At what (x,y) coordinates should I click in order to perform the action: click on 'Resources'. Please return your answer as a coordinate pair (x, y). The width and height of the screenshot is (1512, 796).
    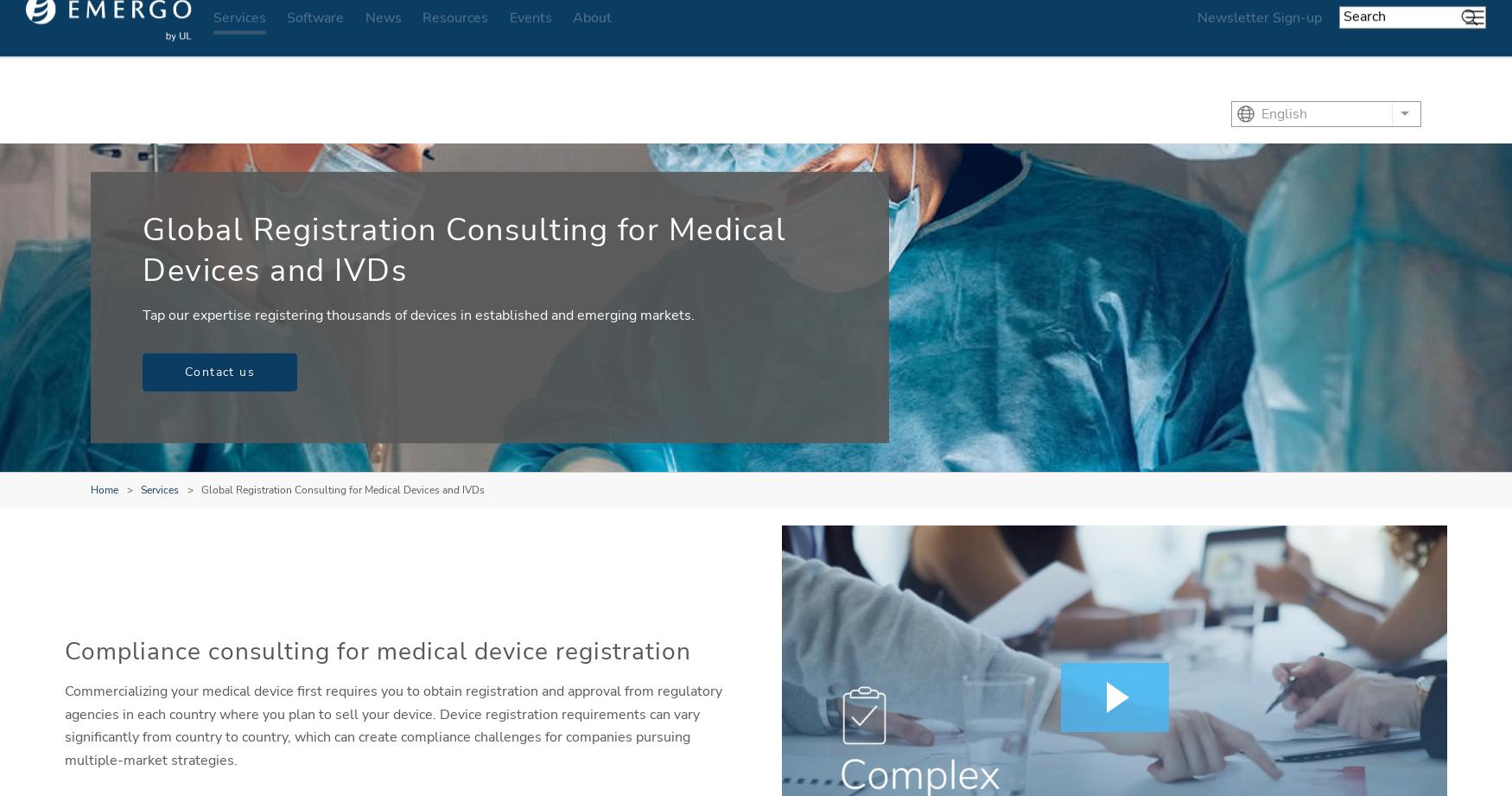
    Looking at the image, I should click on (454, 39).